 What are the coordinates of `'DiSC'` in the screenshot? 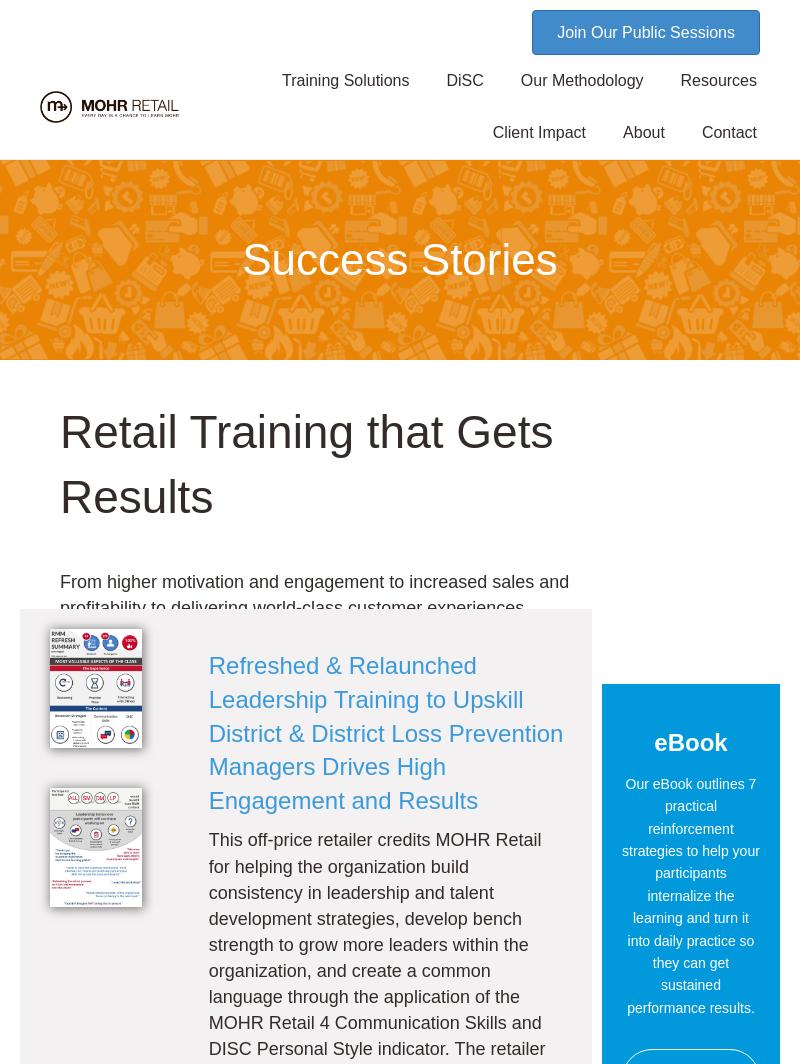 It's located at (463, 80).